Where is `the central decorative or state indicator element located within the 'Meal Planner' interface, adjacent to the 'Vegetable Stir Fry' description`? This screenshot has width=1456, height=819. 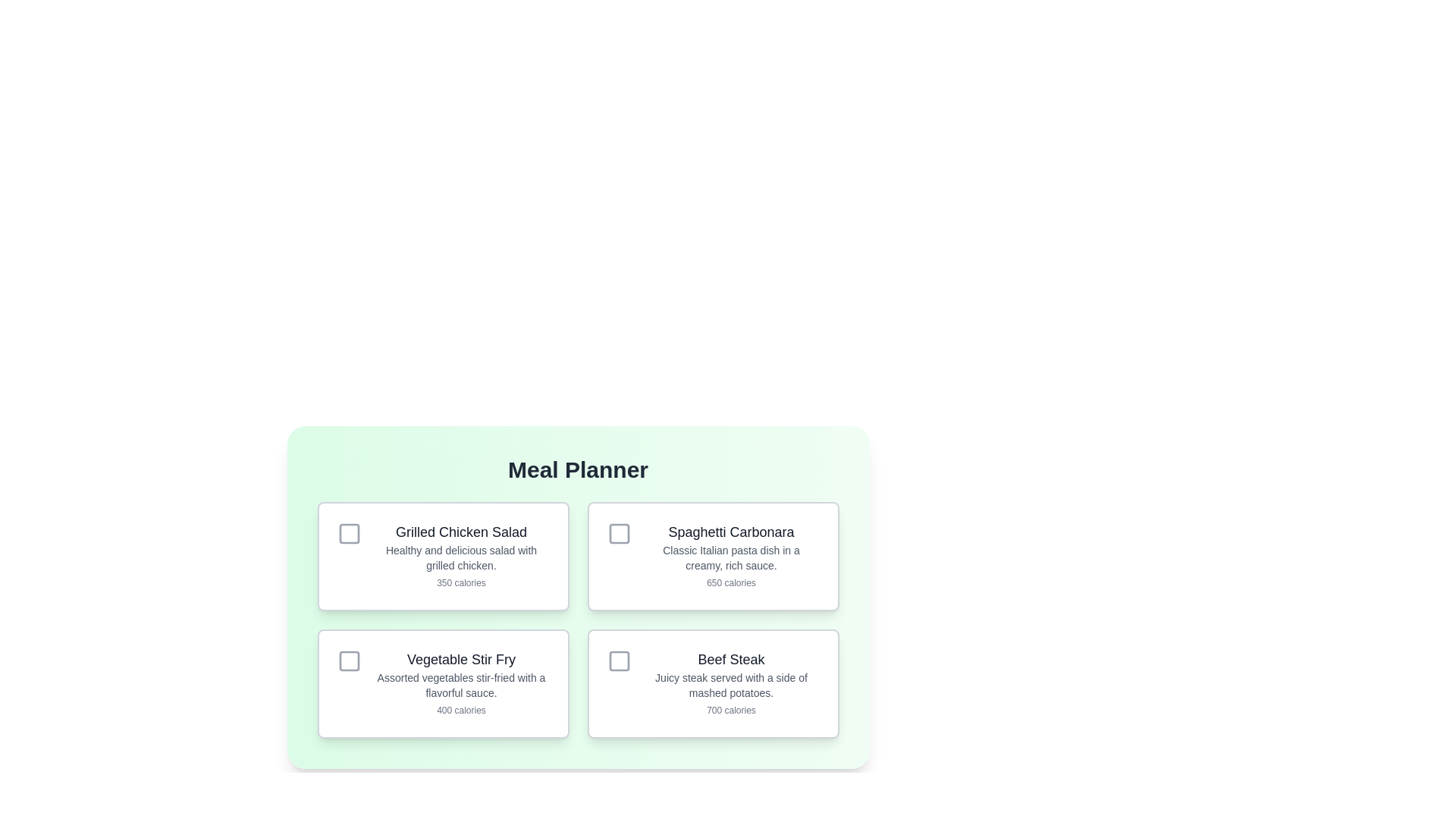 the central decorative or state indicator element located within the 'Meal Planner' interface, adjacent to the 'Vegetable Stir Fry' description is located at coordinates (348, 660).